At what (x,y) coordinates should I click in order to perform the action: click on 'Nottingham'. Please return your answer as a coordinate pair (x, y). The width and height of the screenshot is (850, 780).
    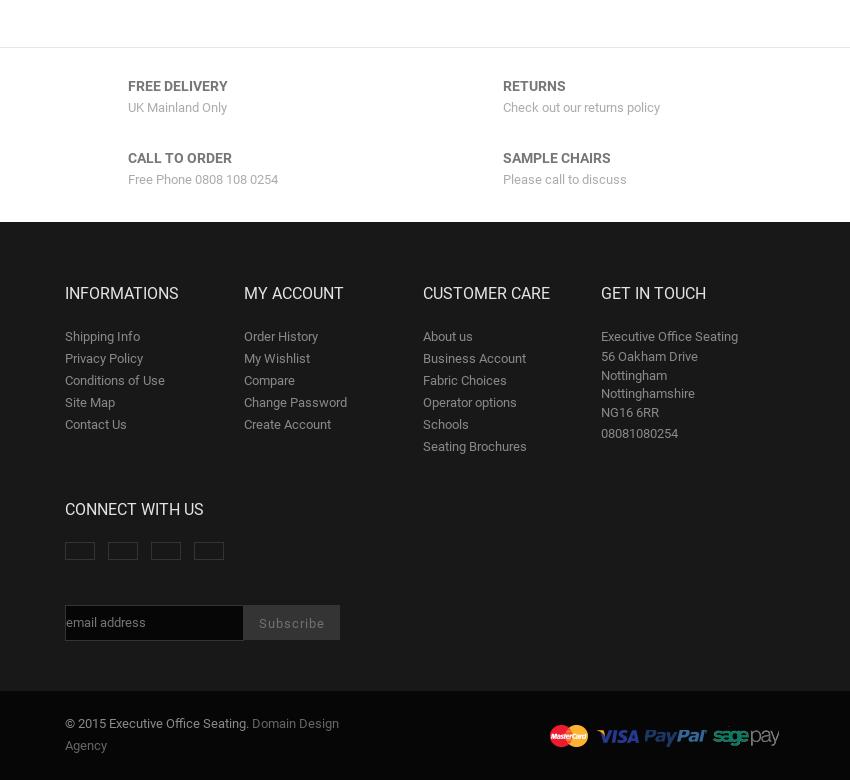
    Looking at the image, I should click on (633, 373).